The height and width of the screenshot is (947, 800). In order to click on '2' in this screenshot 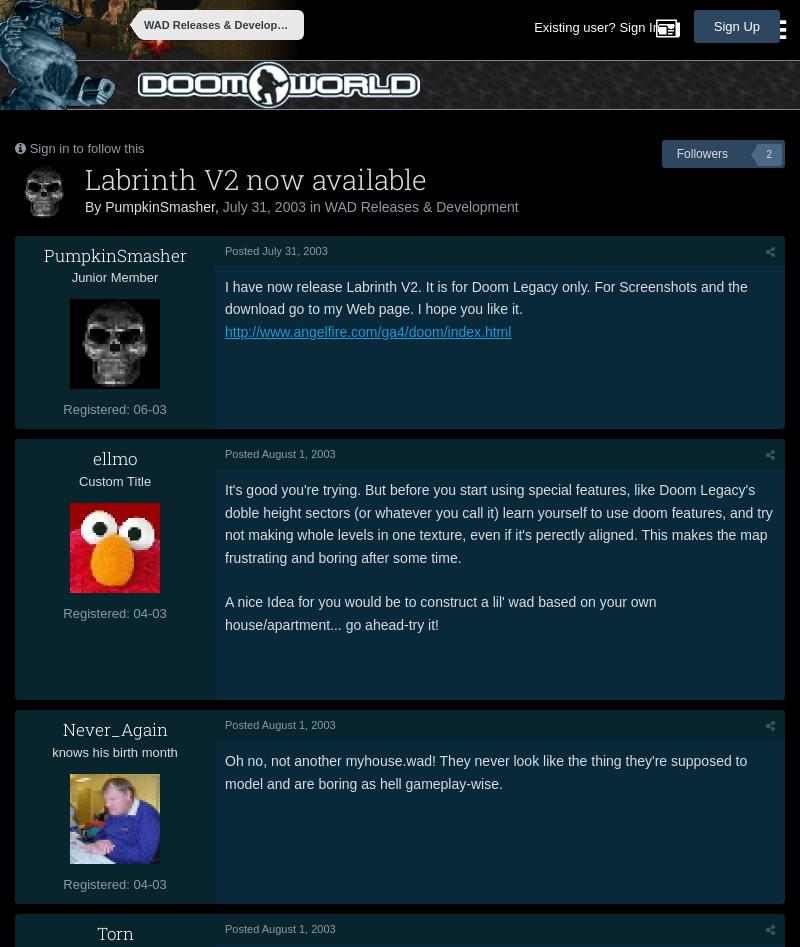, I will do `click(767, 153)`.